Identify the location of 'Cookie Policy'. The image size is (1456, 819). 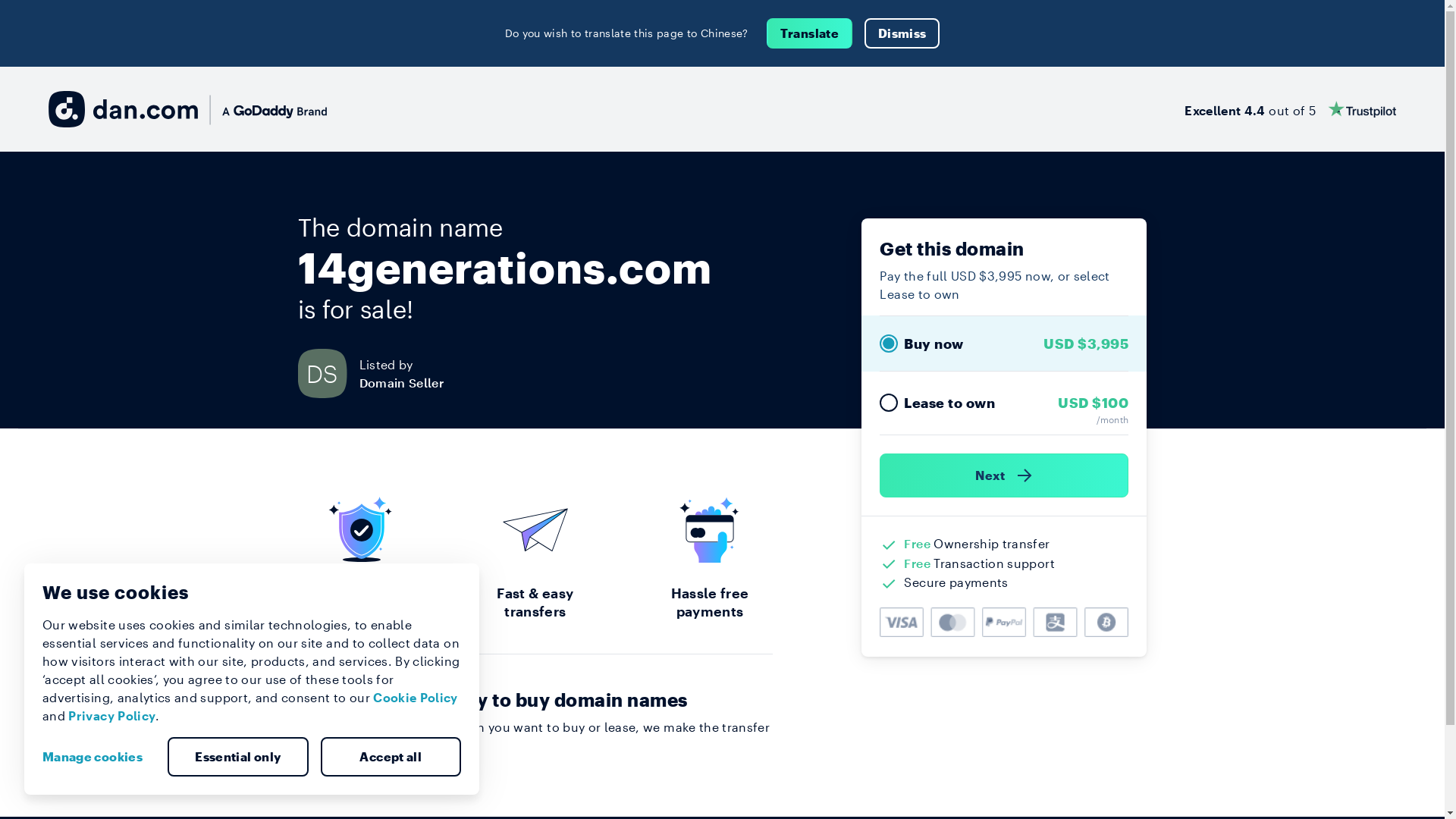
(372, 697).